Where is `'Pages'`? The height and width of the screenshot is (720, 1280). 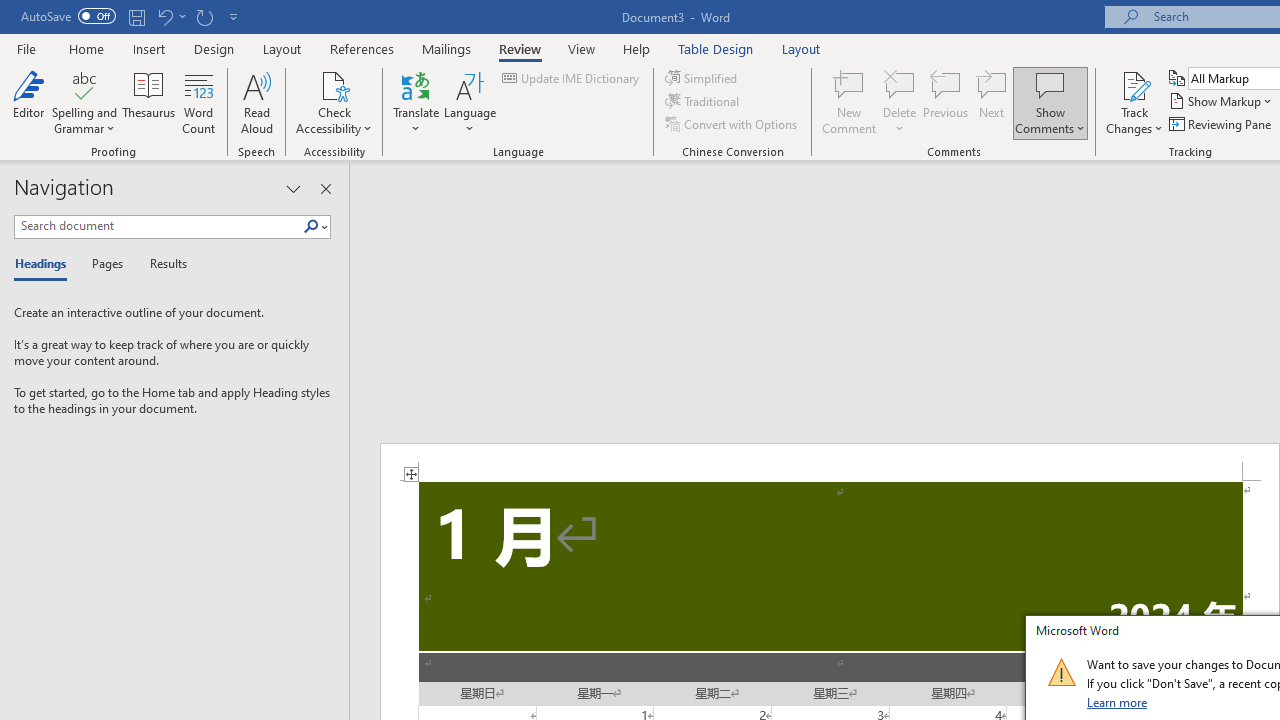 'Pages' is located at coordinates (104, 264).